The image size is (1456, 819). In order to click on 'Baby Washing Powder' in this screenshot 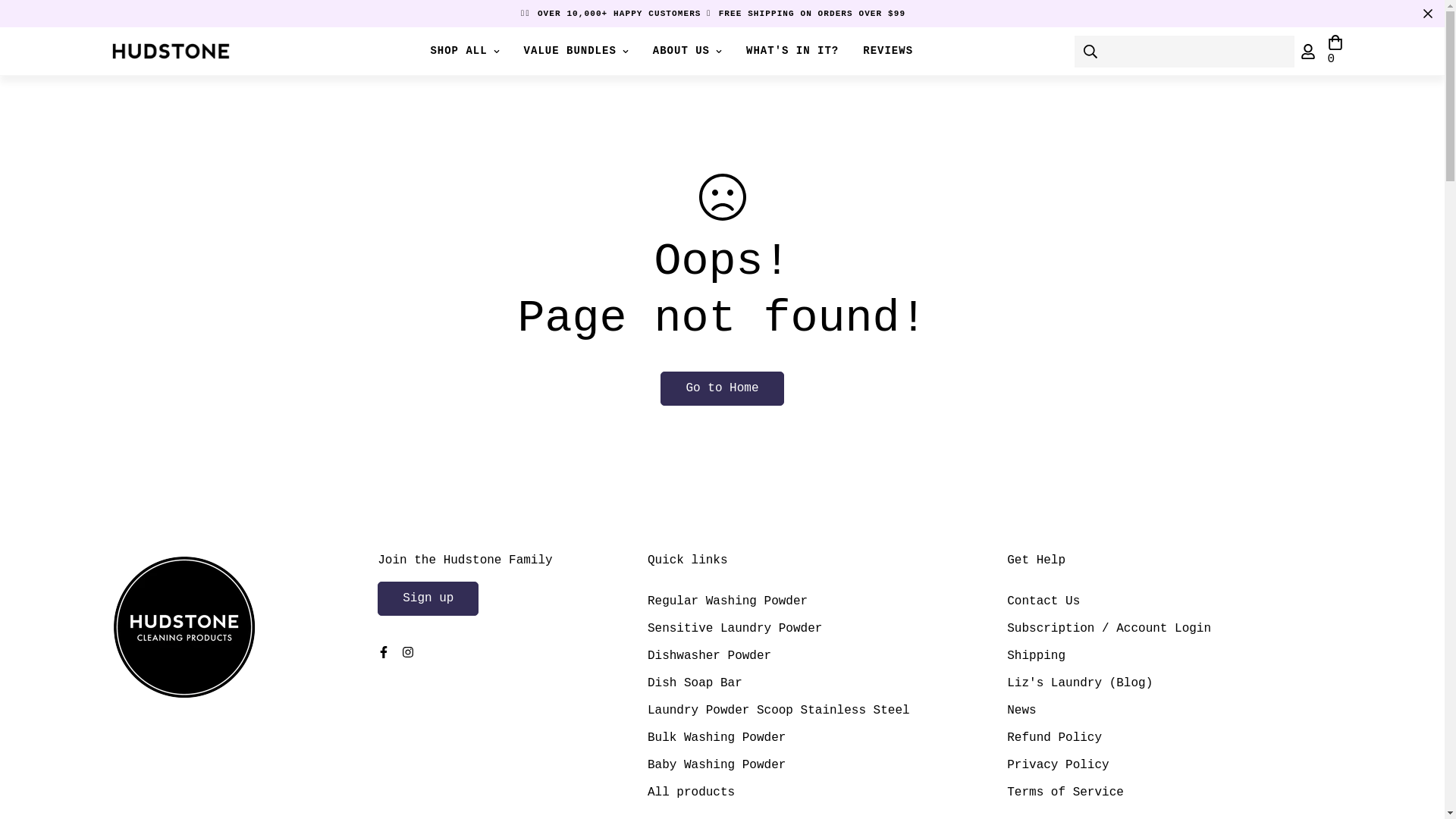, I will do `click(716, 765)`.